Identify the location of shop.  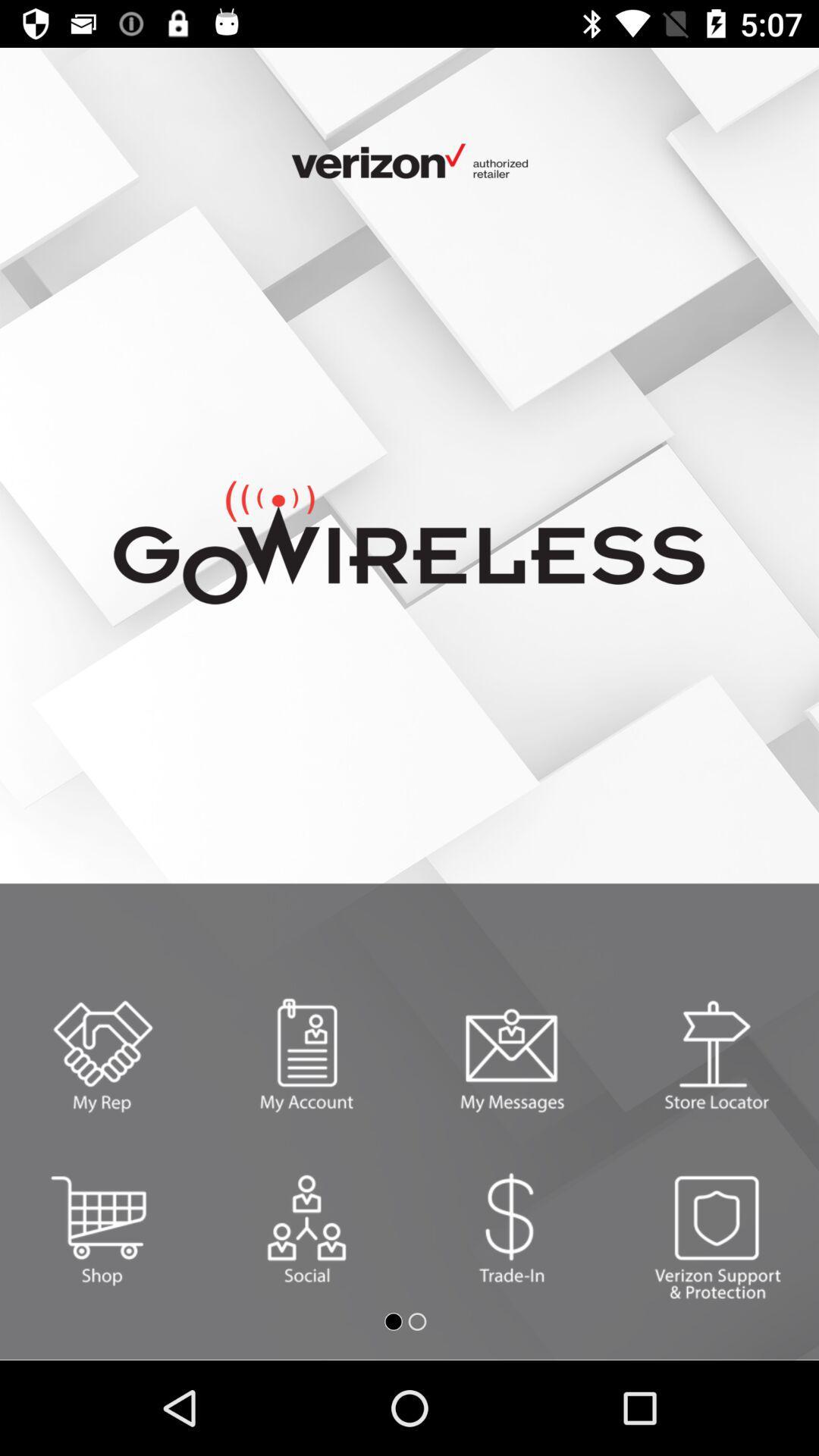
(102, 1228).